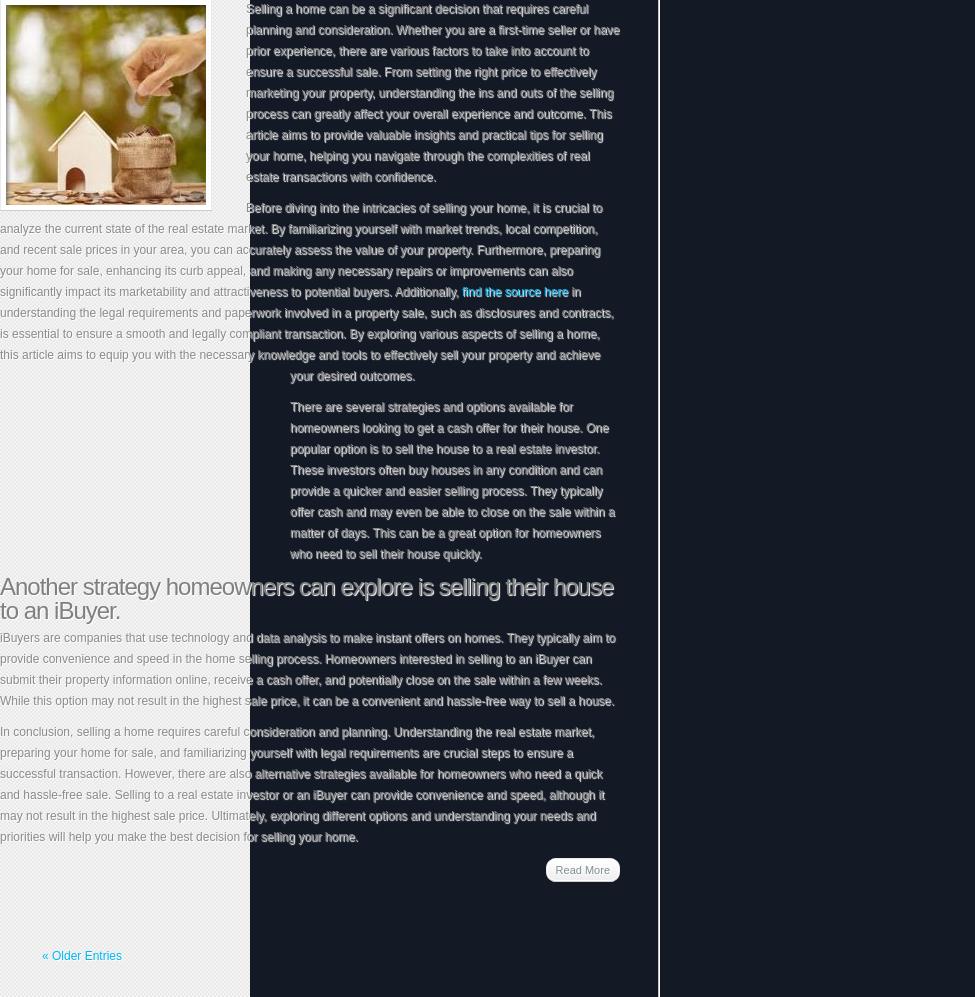 The height and width of the screenshot is (997, 975). What do you see at coordinates (81, 955) in the screenshot?
I see `'« Older Entries'` at bounding box center [81, 955].